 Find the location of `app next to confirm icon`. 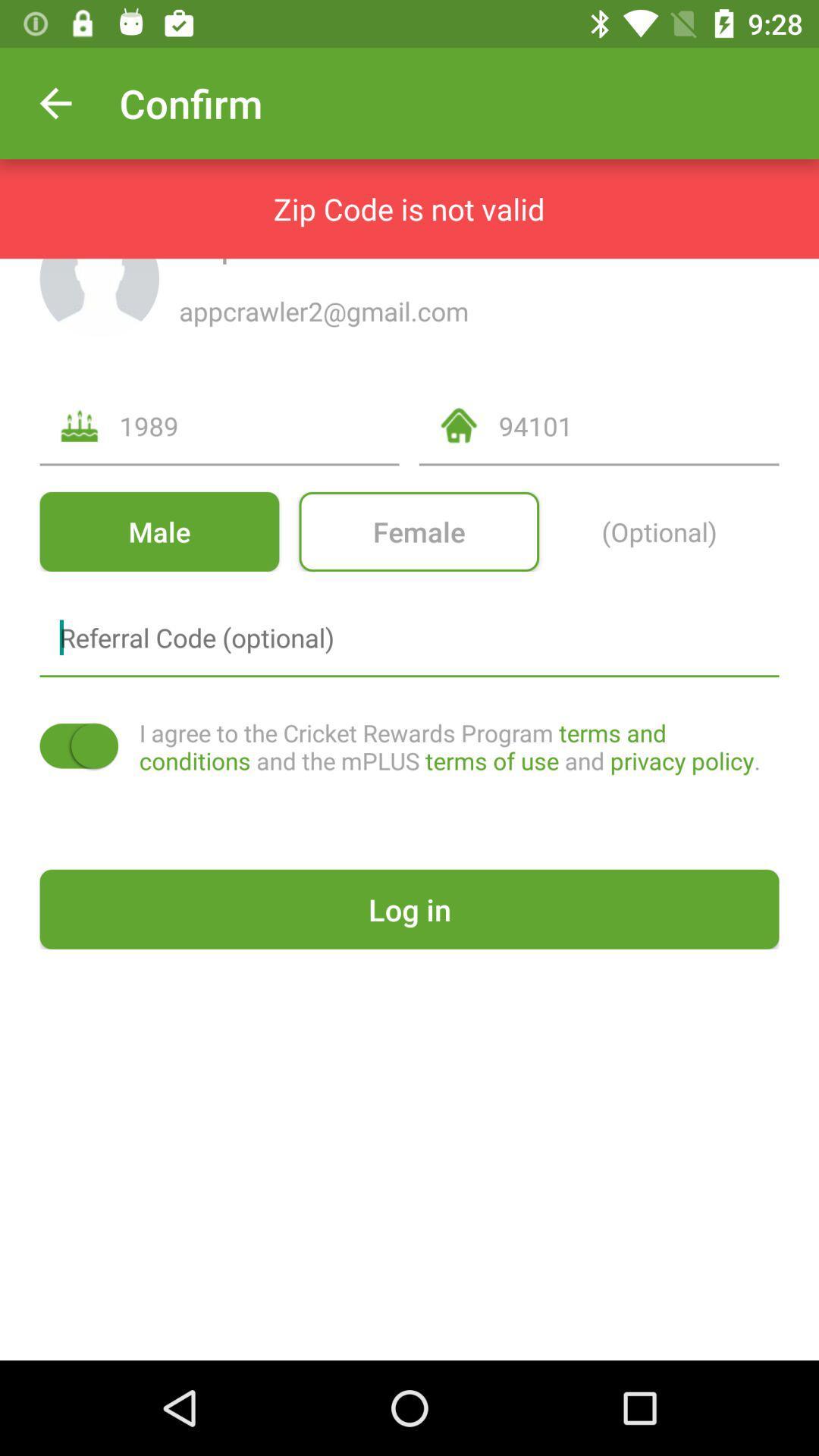

app next to confirm icon is located at coordinates (55, 102).